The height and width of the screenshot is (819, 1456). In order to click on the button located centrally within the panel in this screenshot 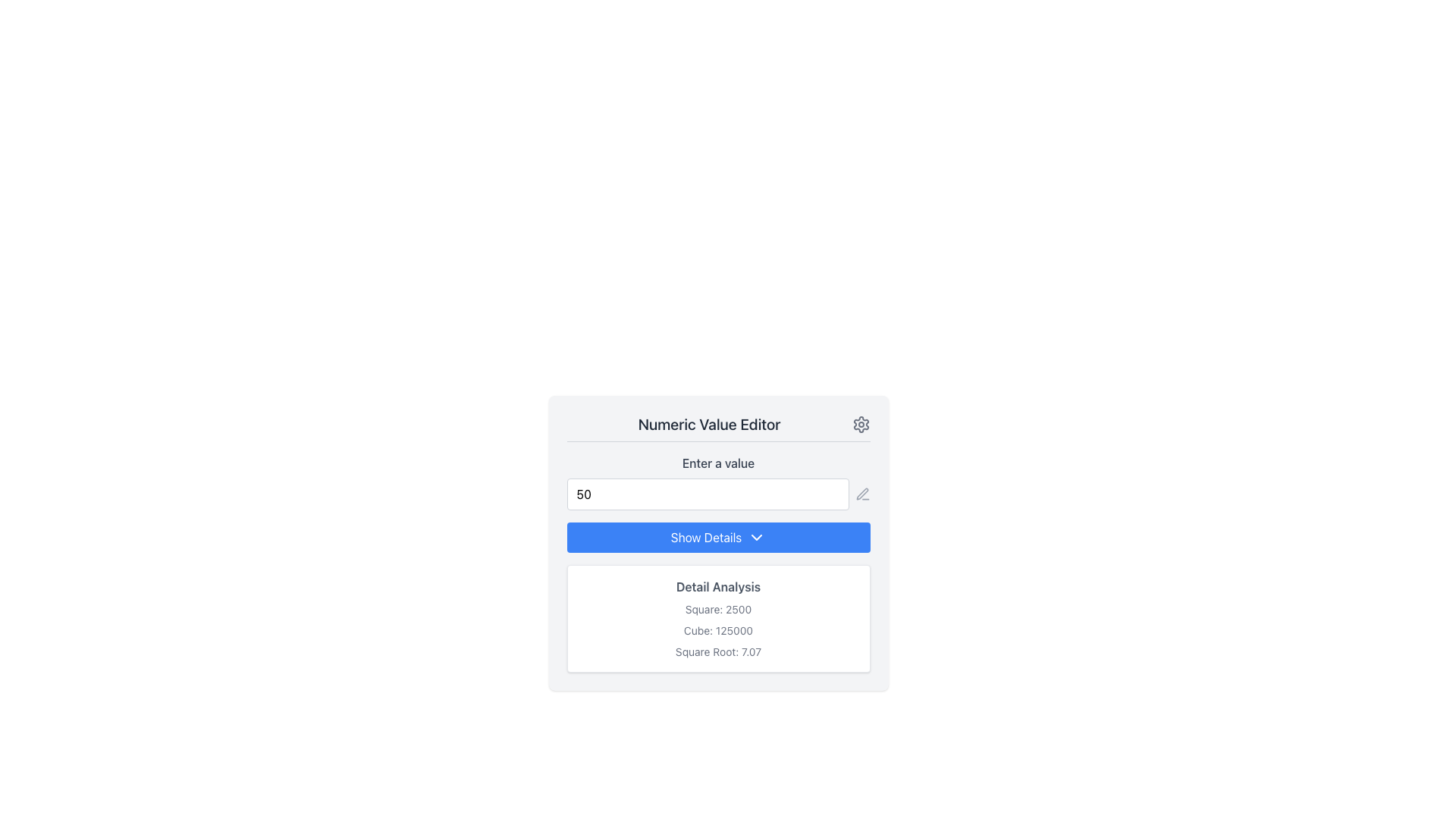, I will do `click(717, 542)`.